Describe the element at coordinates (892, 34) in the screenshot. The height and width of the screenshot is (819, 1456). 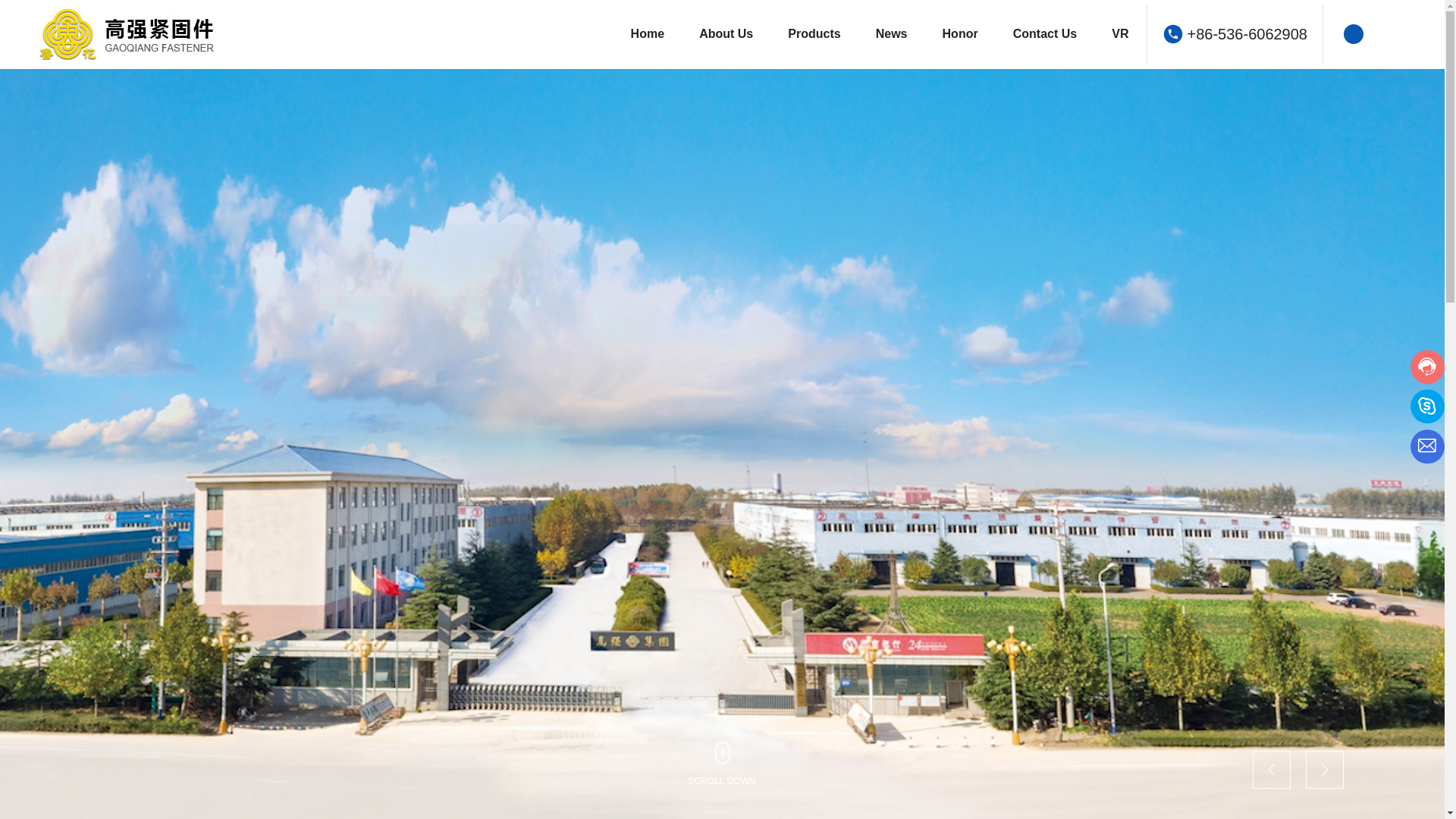
I see `'News'` at that location.